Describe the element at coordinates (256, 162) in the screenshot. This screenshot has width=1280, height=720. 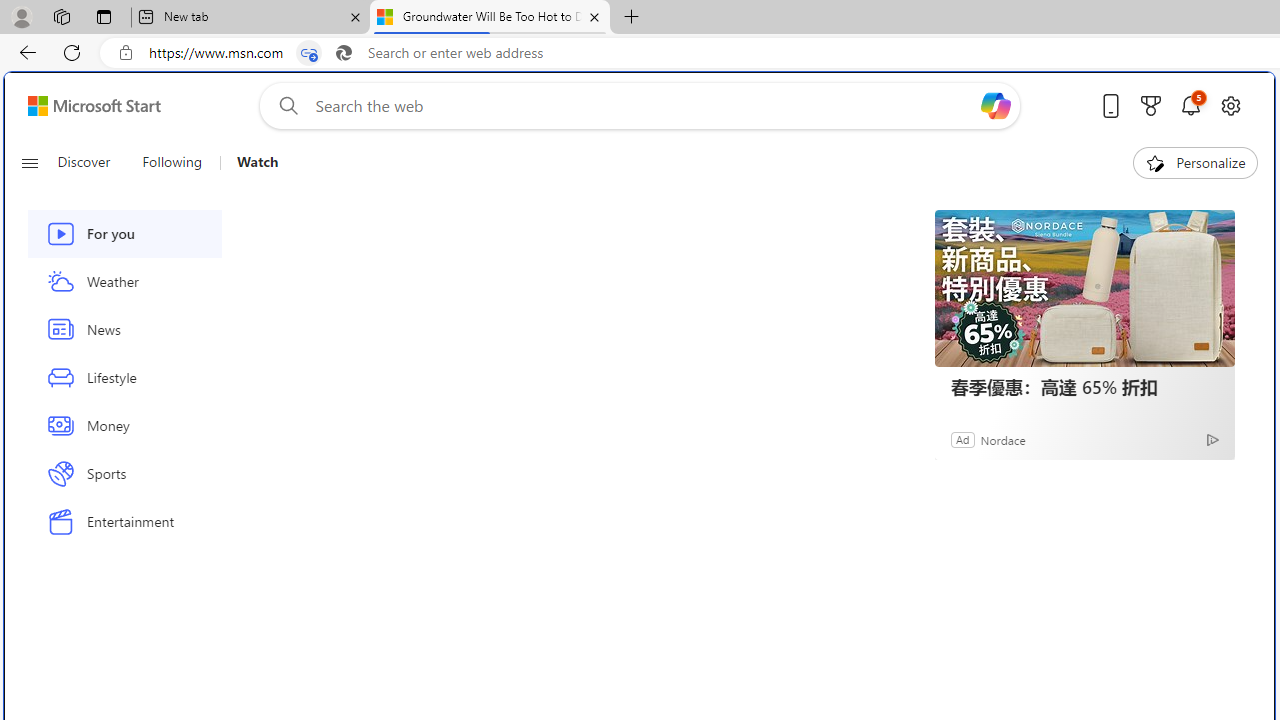
I see `'Watch'` at that location.